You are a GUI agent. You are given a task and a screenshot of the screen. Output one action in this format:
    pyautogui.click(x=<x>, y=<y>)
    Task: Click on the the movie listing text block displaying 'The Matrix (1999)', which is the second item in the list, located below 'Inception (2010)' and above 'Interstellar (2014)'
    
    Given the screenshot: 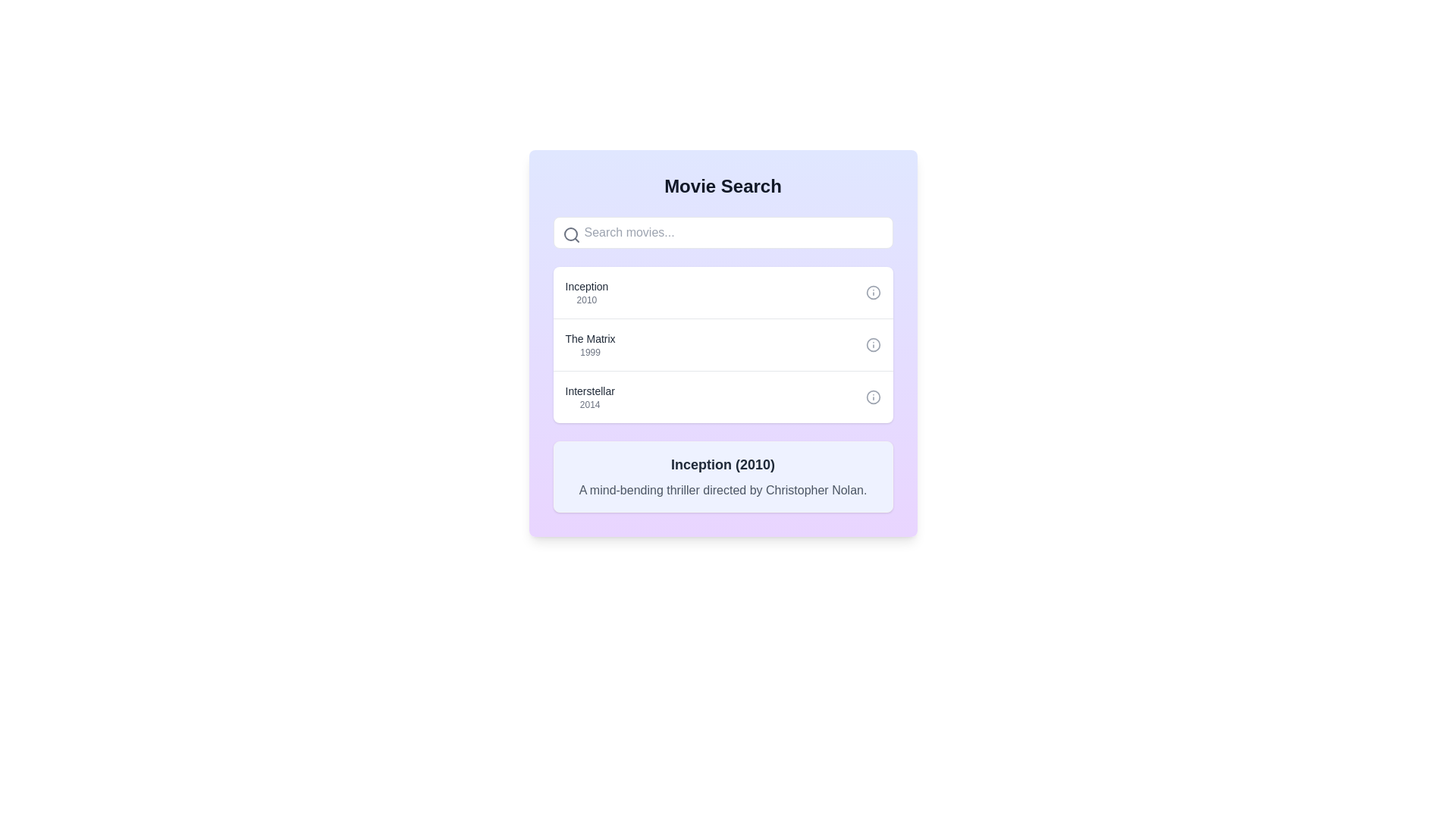 What is the action you would take?
    pyautogui.click(x=589, y=345)
    